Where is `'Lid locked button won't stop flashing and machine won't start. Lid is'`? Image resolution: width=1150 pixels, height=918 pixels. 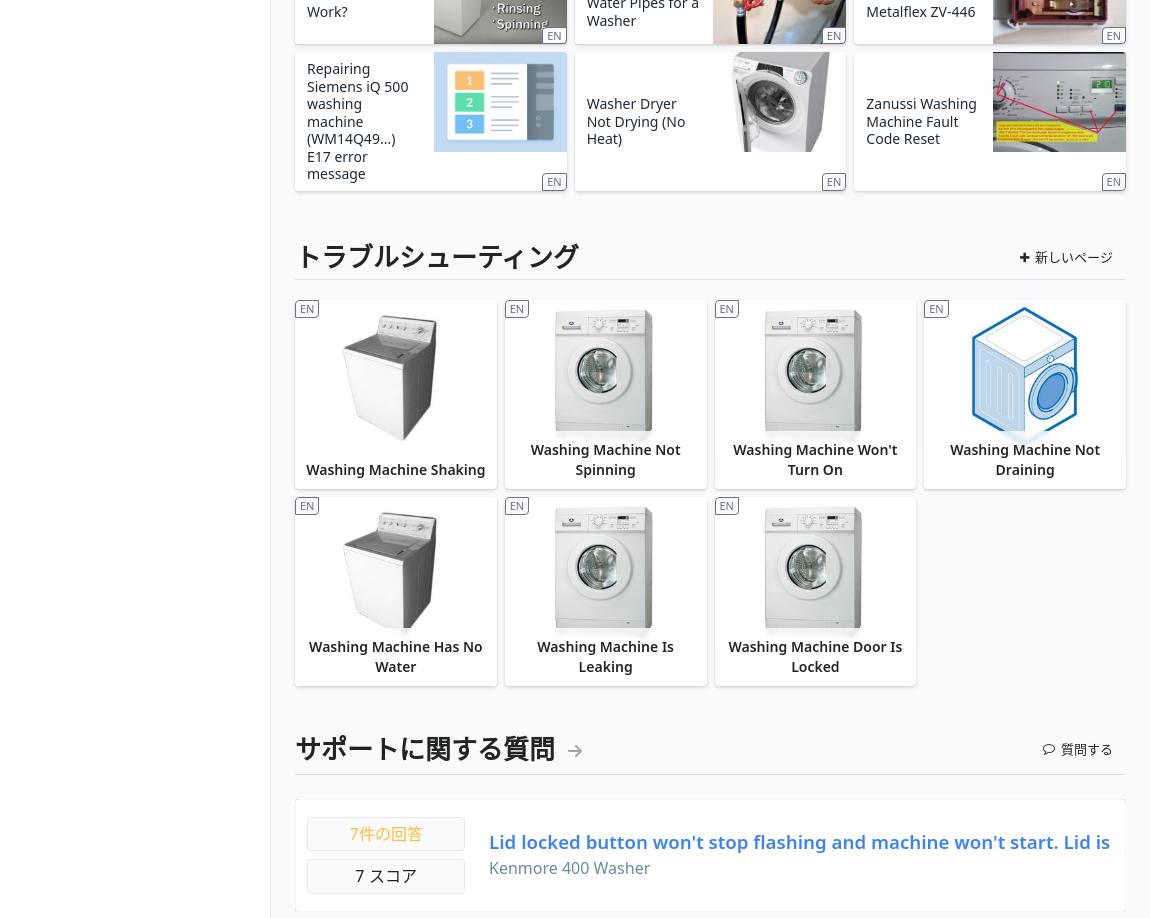
'Lid locked button won't stop flashing and machine won't start. Lid is' is located at coordinates (488, 840).